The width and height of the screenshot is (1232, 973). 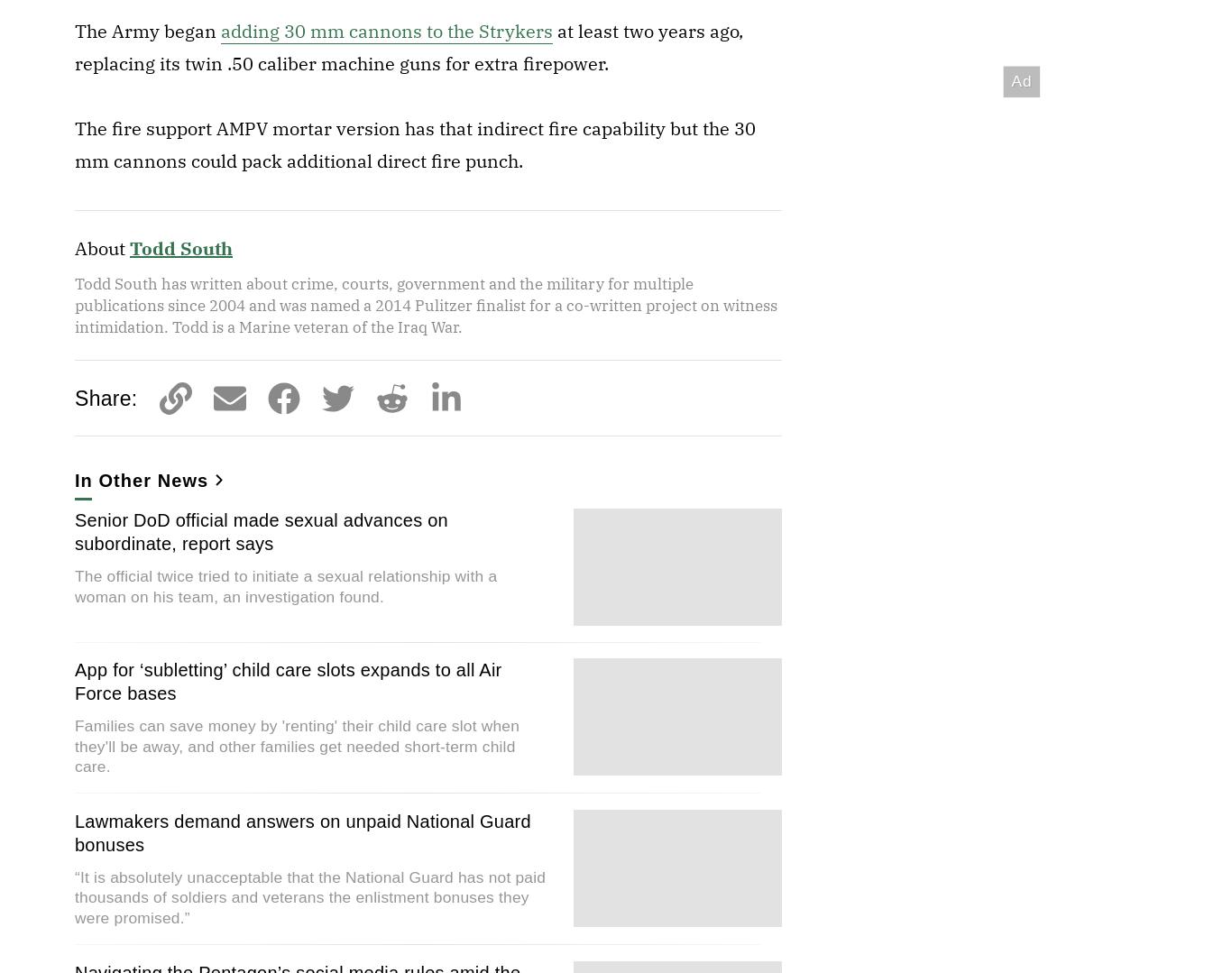 I want to click on 'Share:', so click(x=105, y=398).